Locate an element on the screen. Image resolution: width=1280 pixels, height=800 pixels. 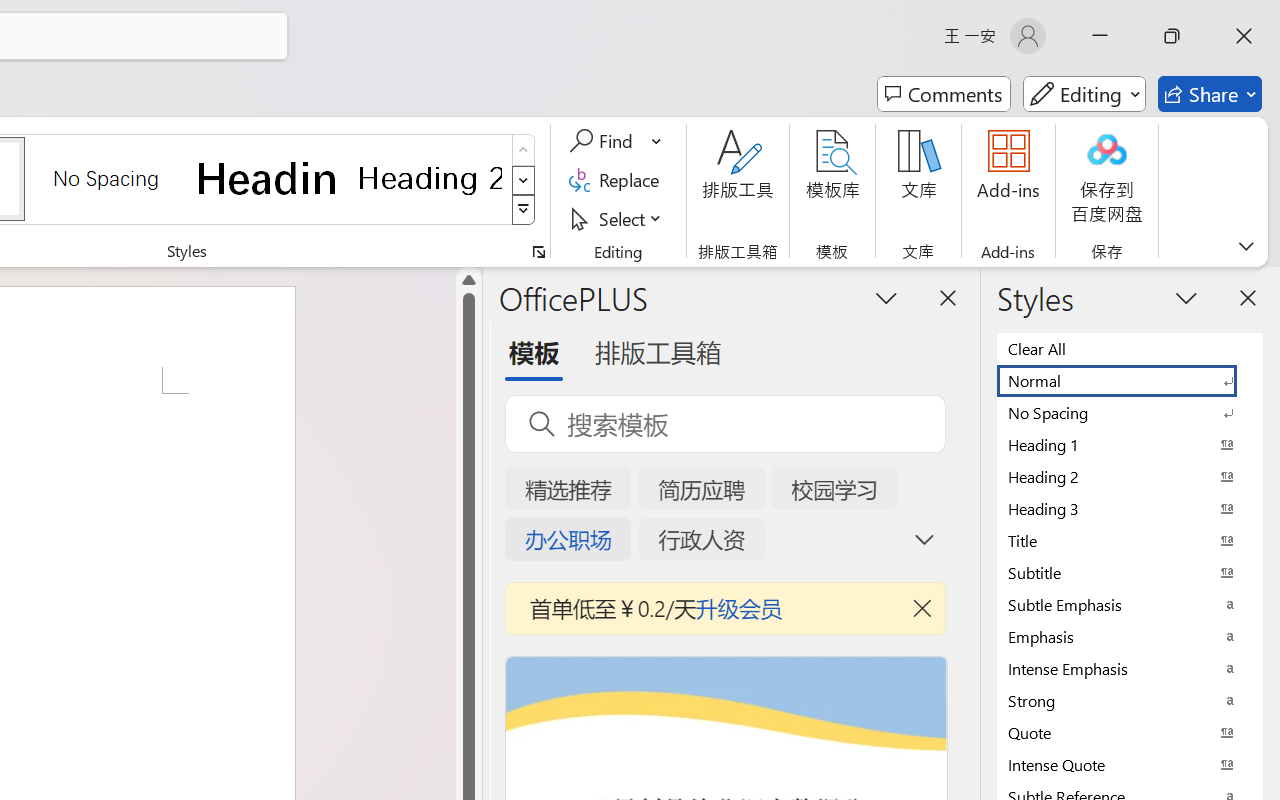
'Heading 2' is located at coordinates (429, 177).